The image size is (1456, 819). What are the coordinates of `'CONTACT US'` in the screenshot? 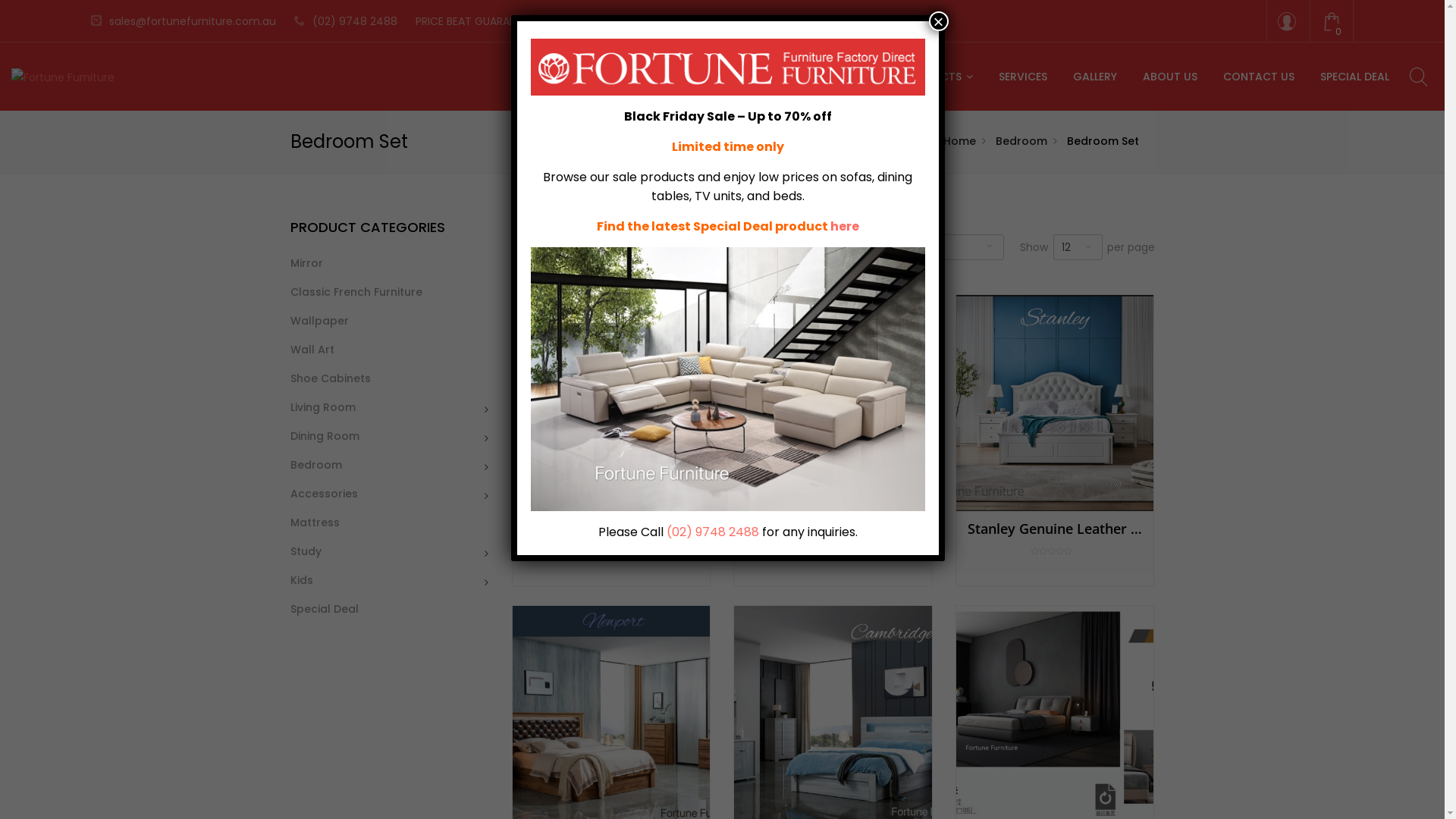 It's located at (1259, 76).